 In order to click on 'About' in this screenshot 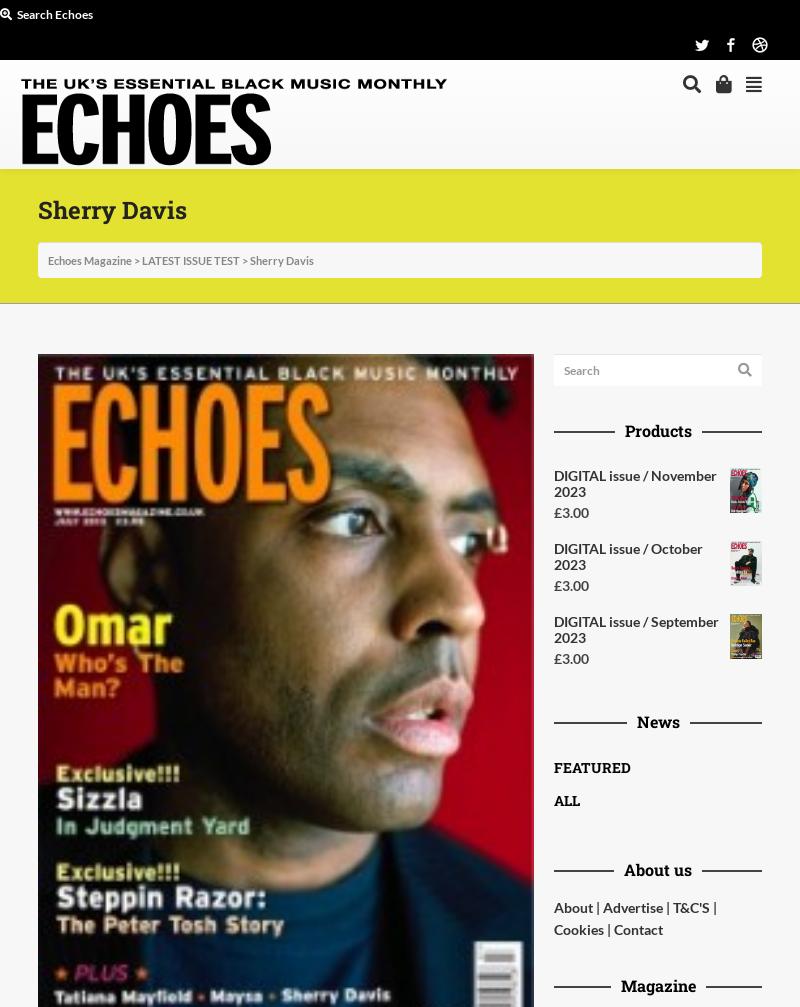, I will do `click(572, 906)`.